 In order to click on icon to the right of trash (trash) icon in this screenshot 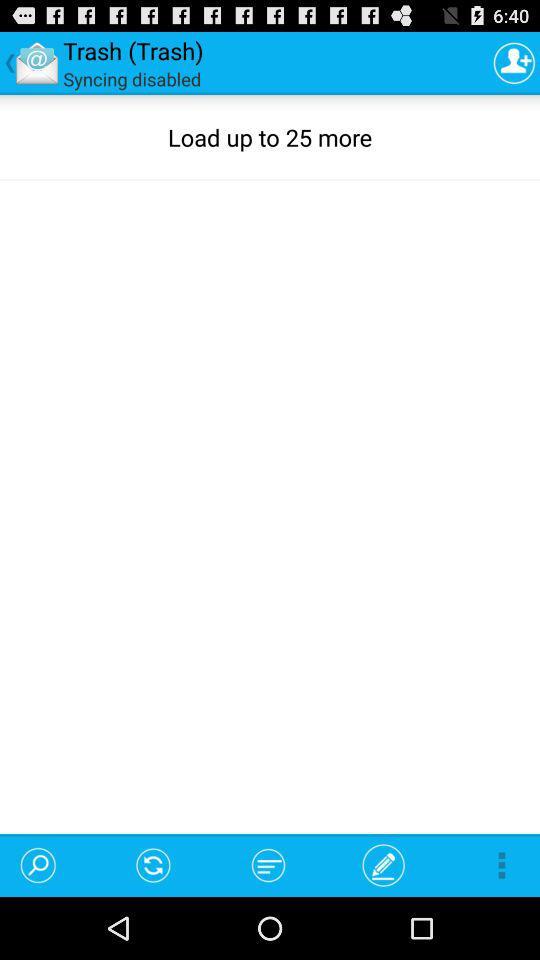, I will do `click(514, 62)`.